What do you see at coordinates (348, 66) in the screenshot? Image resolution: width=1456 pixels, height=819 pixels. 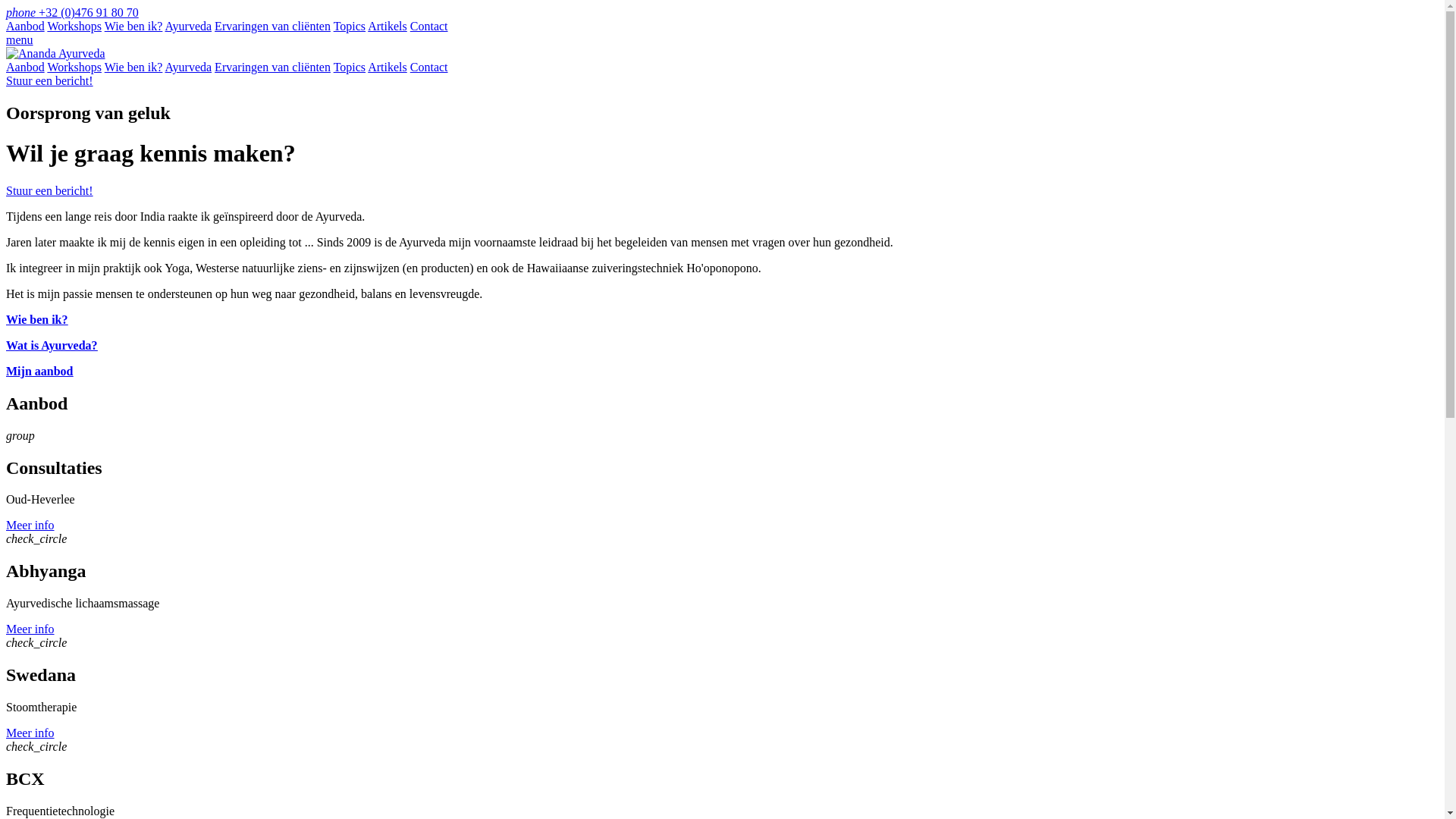 I see `'Topics'` at bounding box center [348, 66].